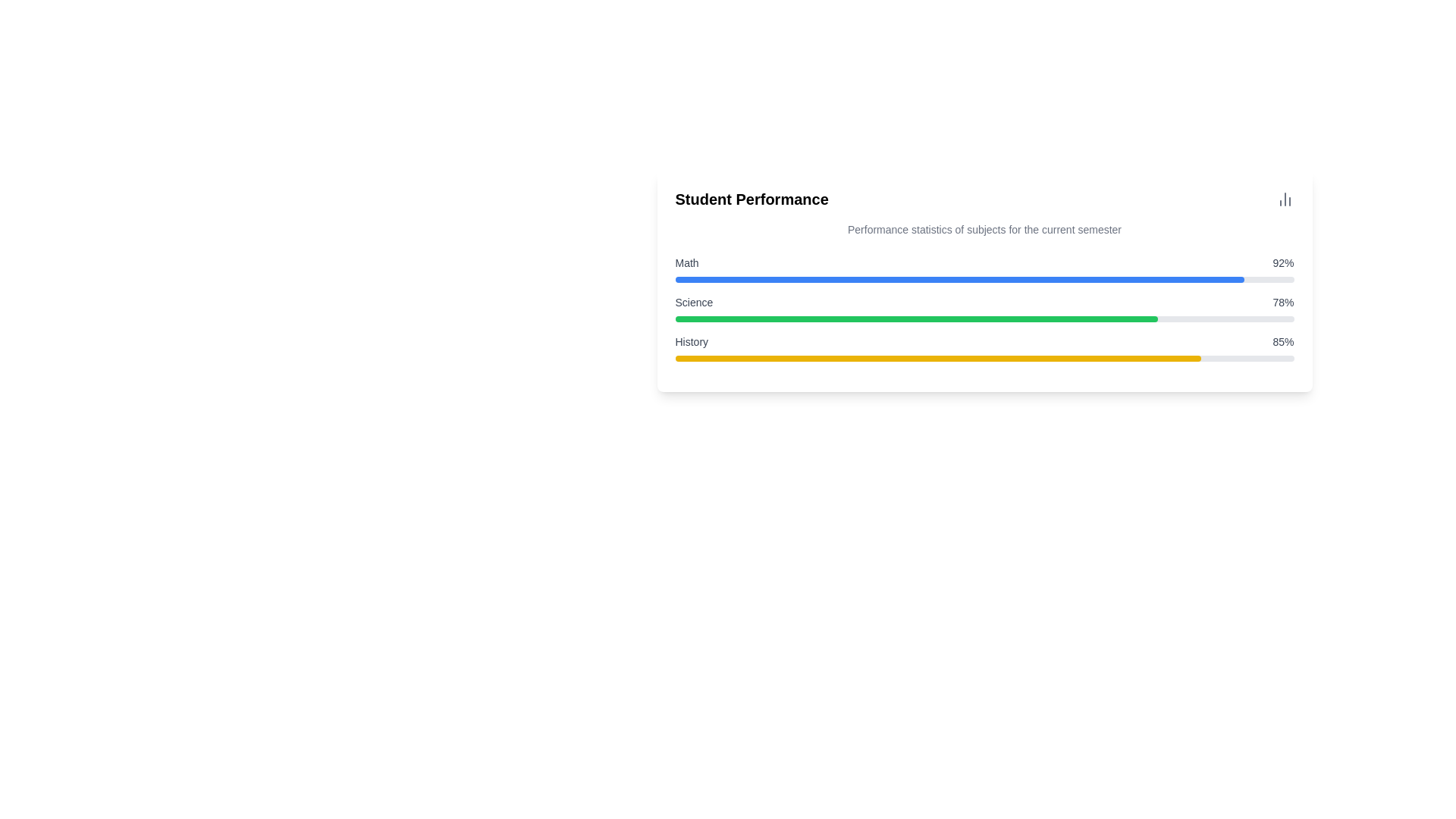 The width and height of the screenshot is (1456, 819). Describe the element at coordinates (1282, 342) in the screenshot. I see `displayed value of the text label showing '85%' located to the right of a yellow horizontal bar in the 'History' row of performance indicators` at that location.